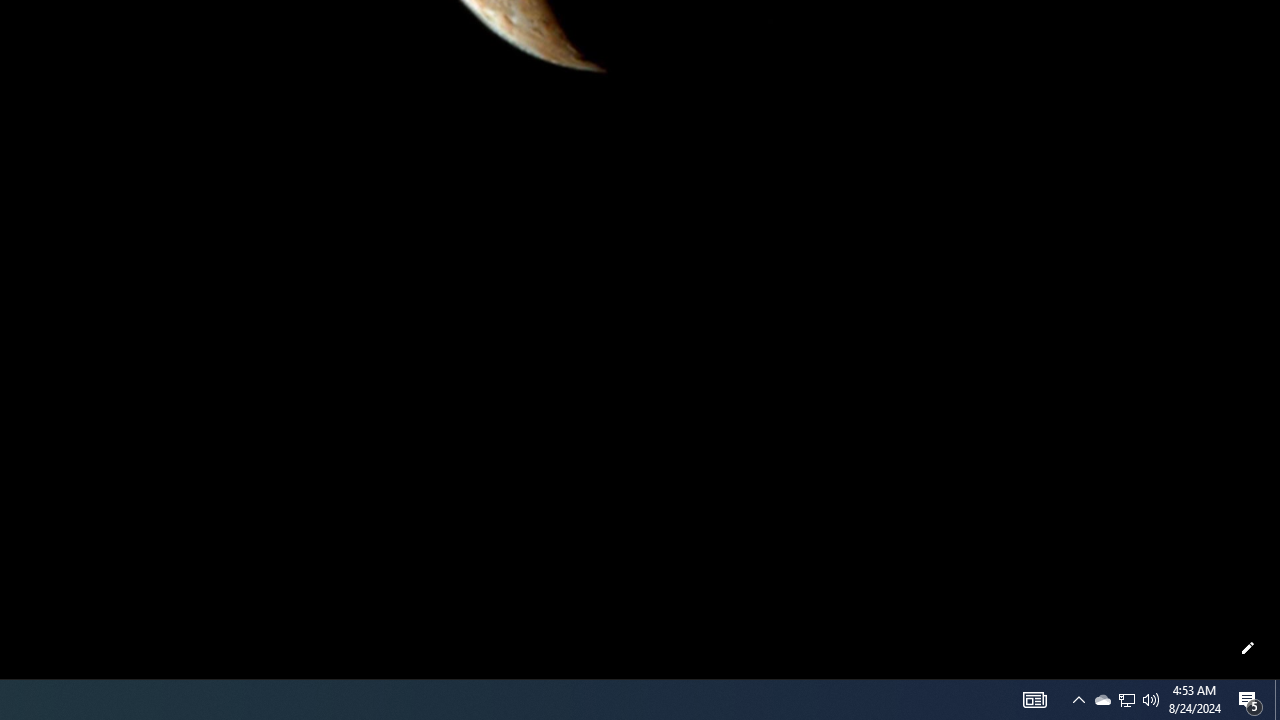  Describe the element at coordinates (1247, 648) in the screenshot. I see `'Customize this page'` at that location.